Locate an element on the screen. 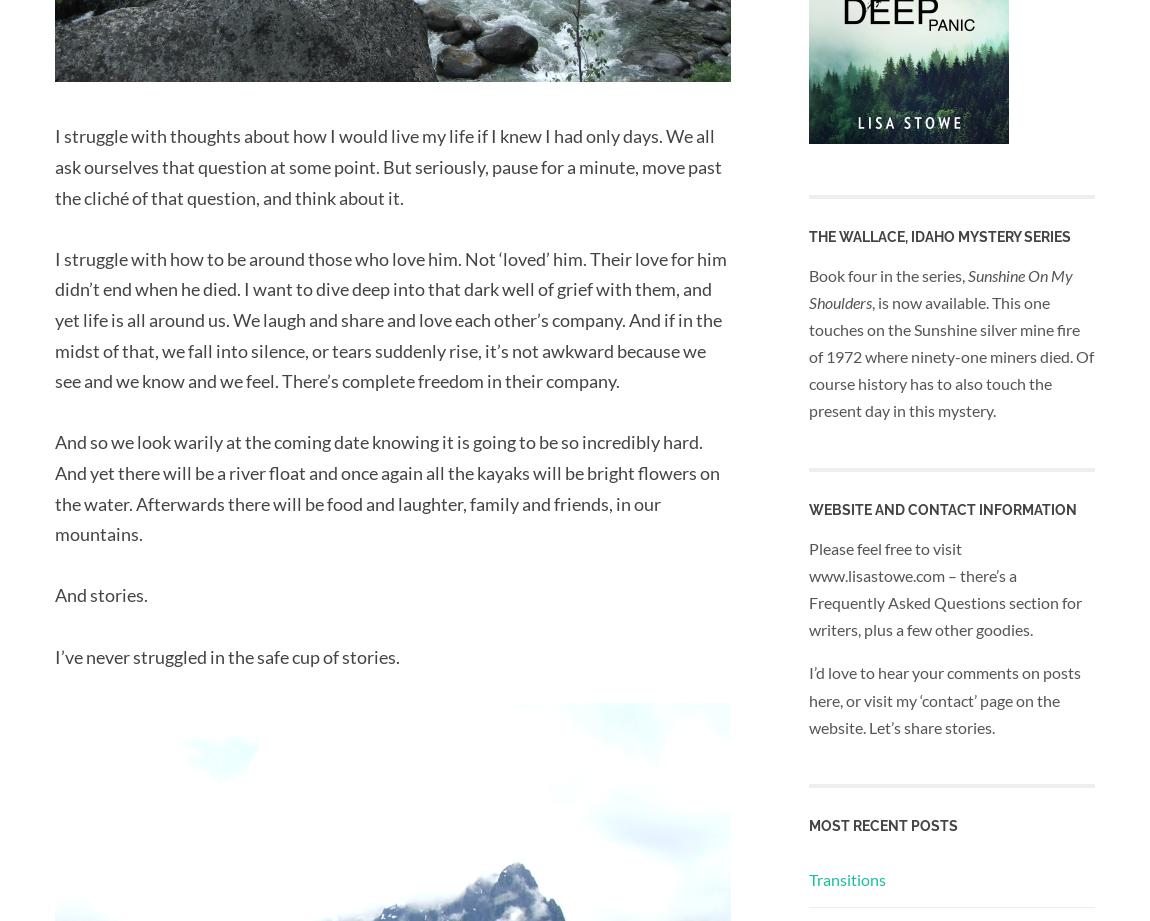  'And stories.' is located at coordinates (100, 593).